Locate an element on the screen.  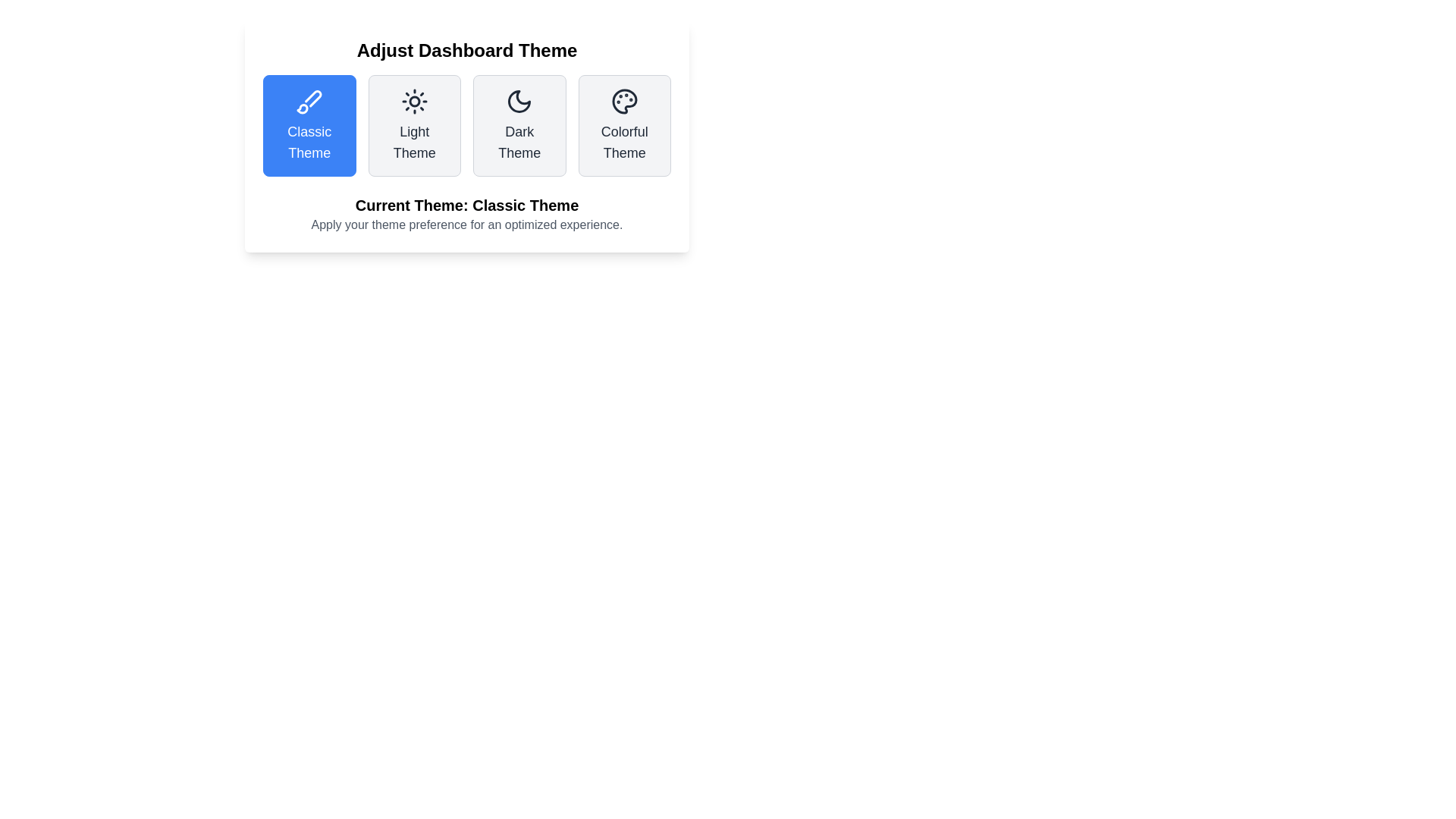
the button with a sun icon and 'Light Theme' label is located at coordinates (414, 124).